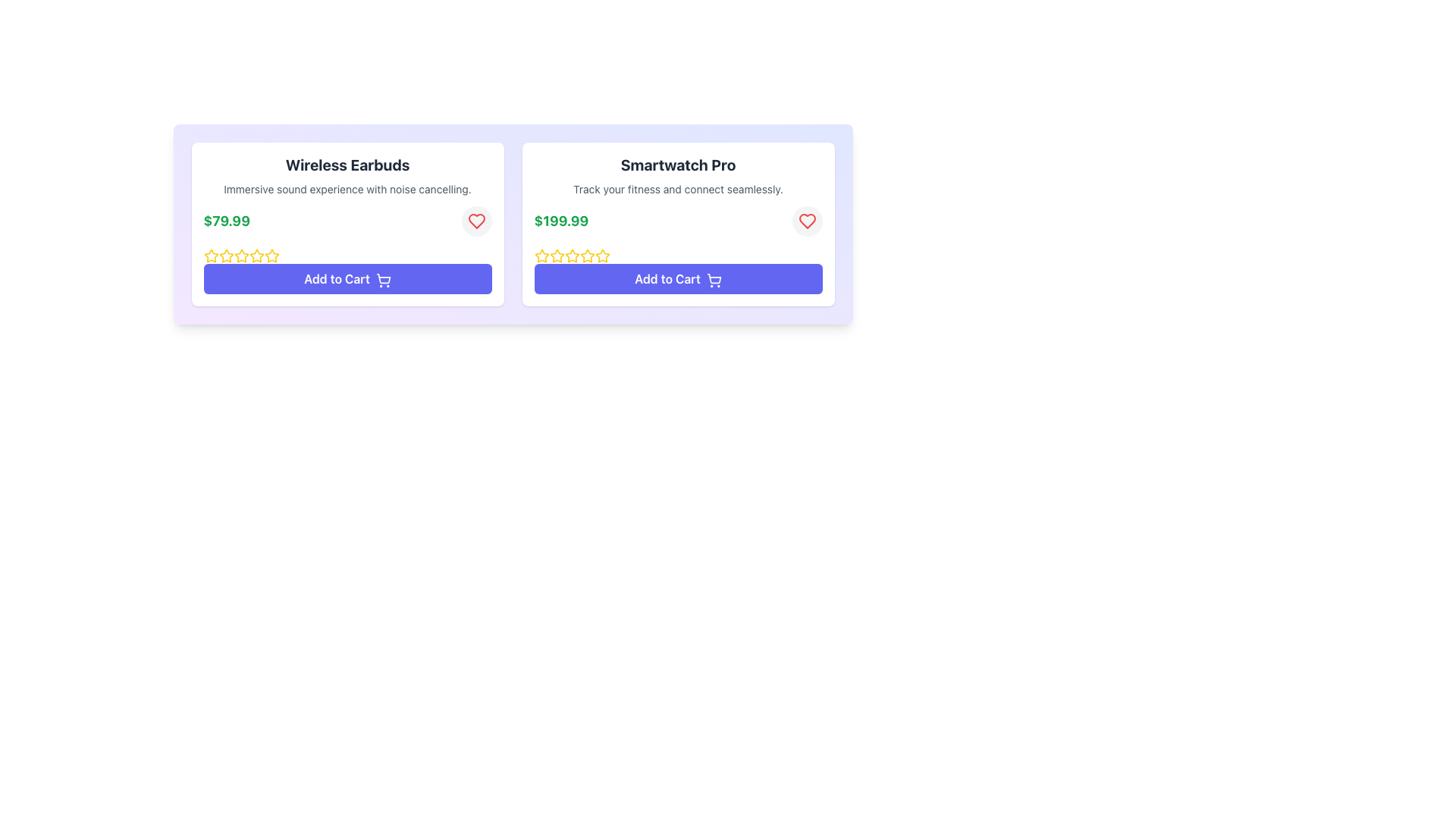  Describe the element at coordinates (210, 256) in the screenshot. I see `the first yellow star icon in the rating system` at that location.